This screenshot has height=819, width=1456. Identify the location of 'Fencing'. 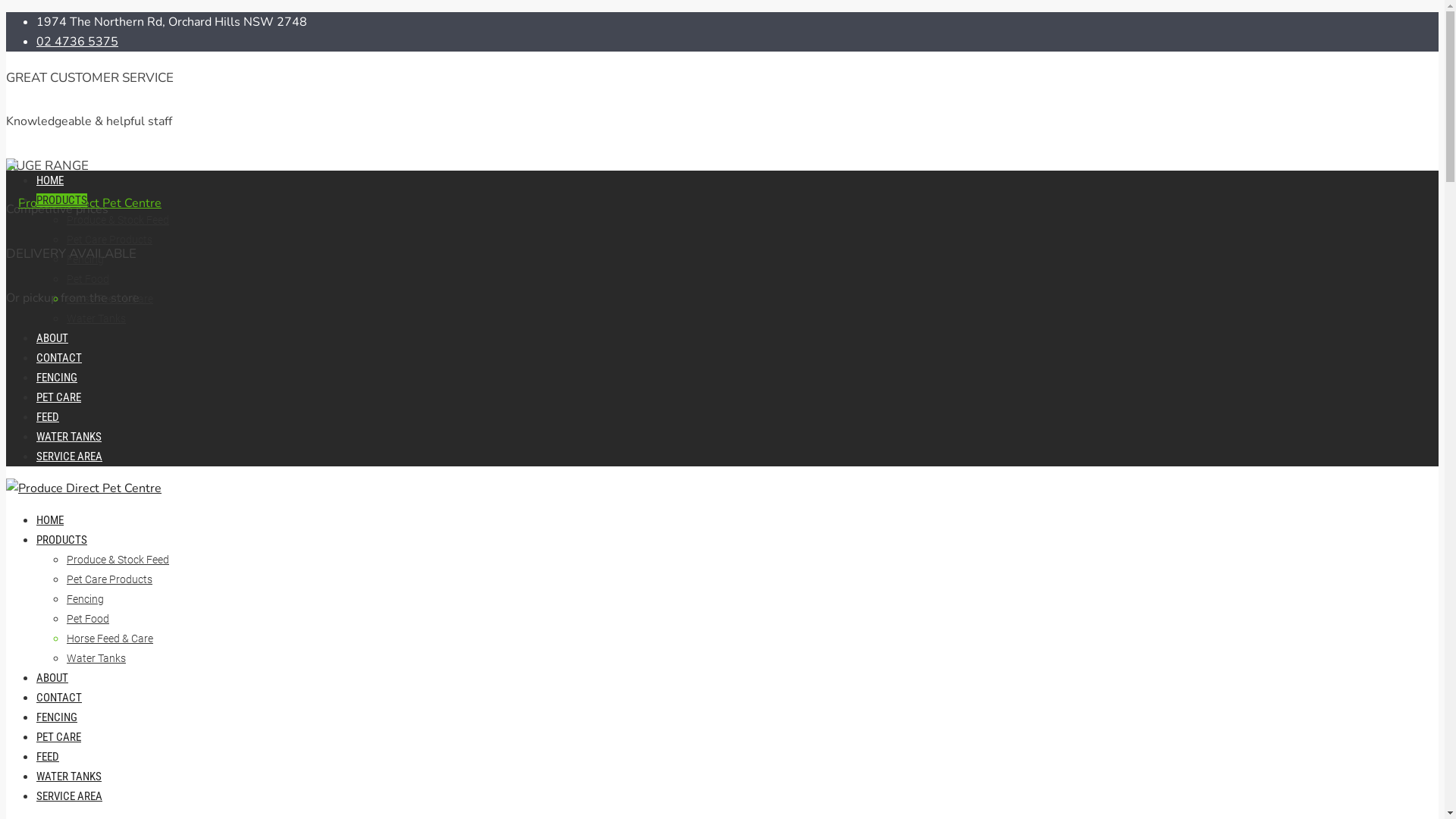
(65, 598).